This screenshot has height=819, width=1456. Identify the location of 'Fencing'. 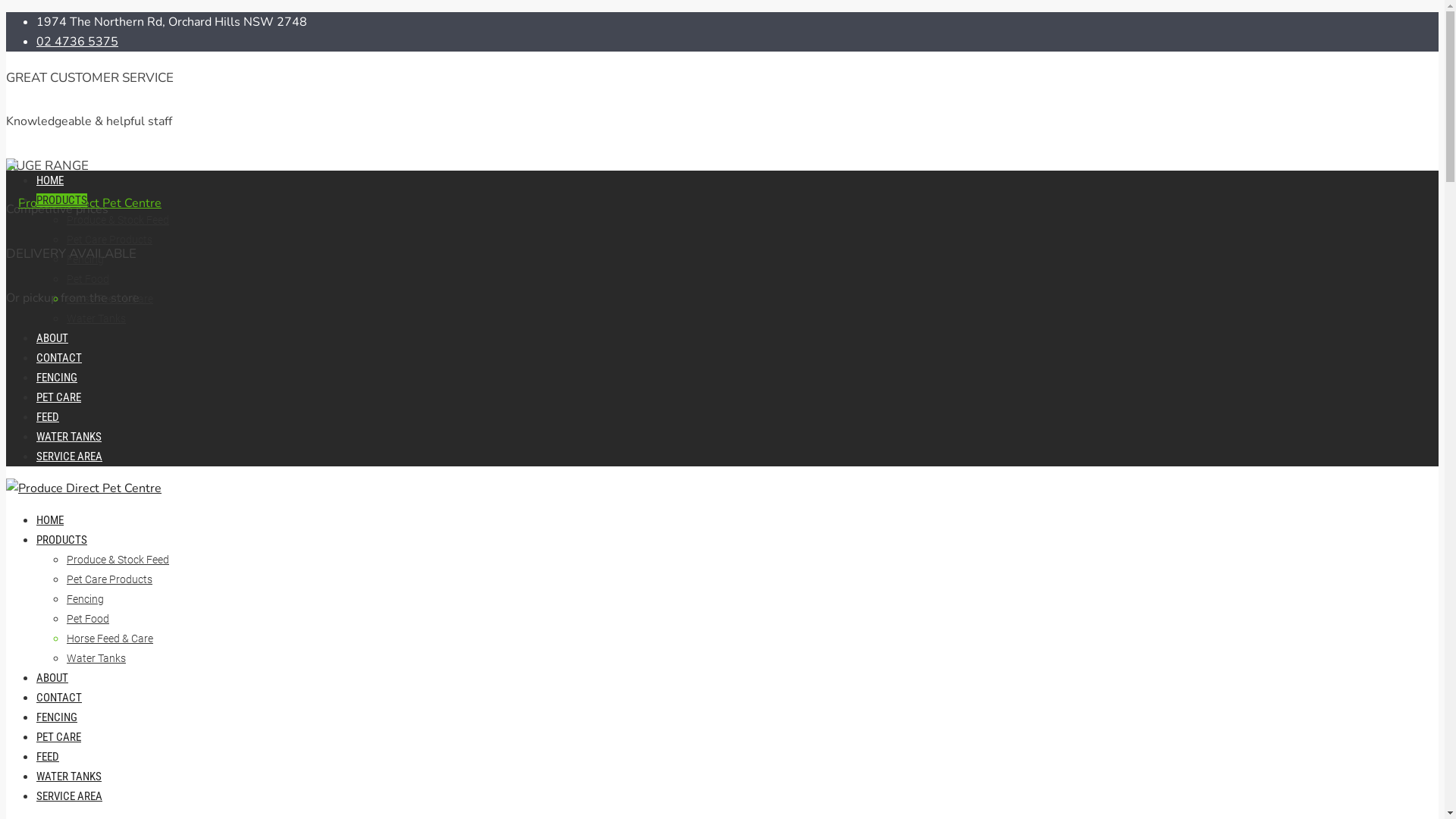
(65, 598).